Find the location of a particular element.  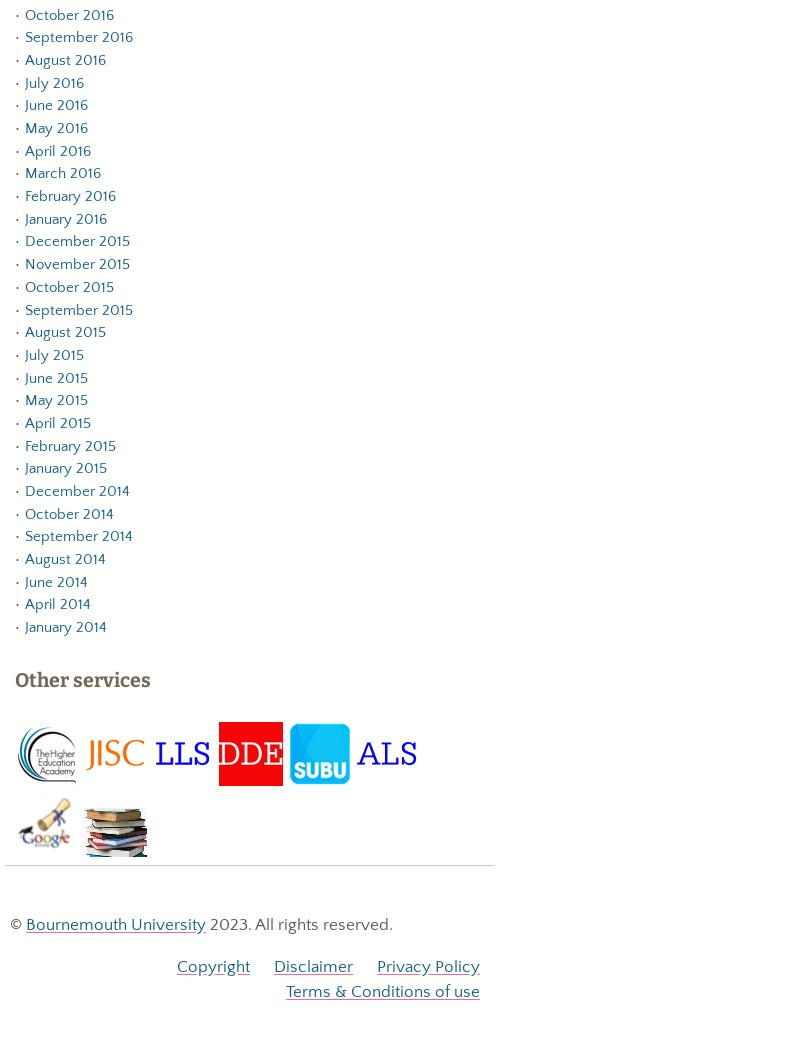

'September 2015' is located at coordinates (77, 309).